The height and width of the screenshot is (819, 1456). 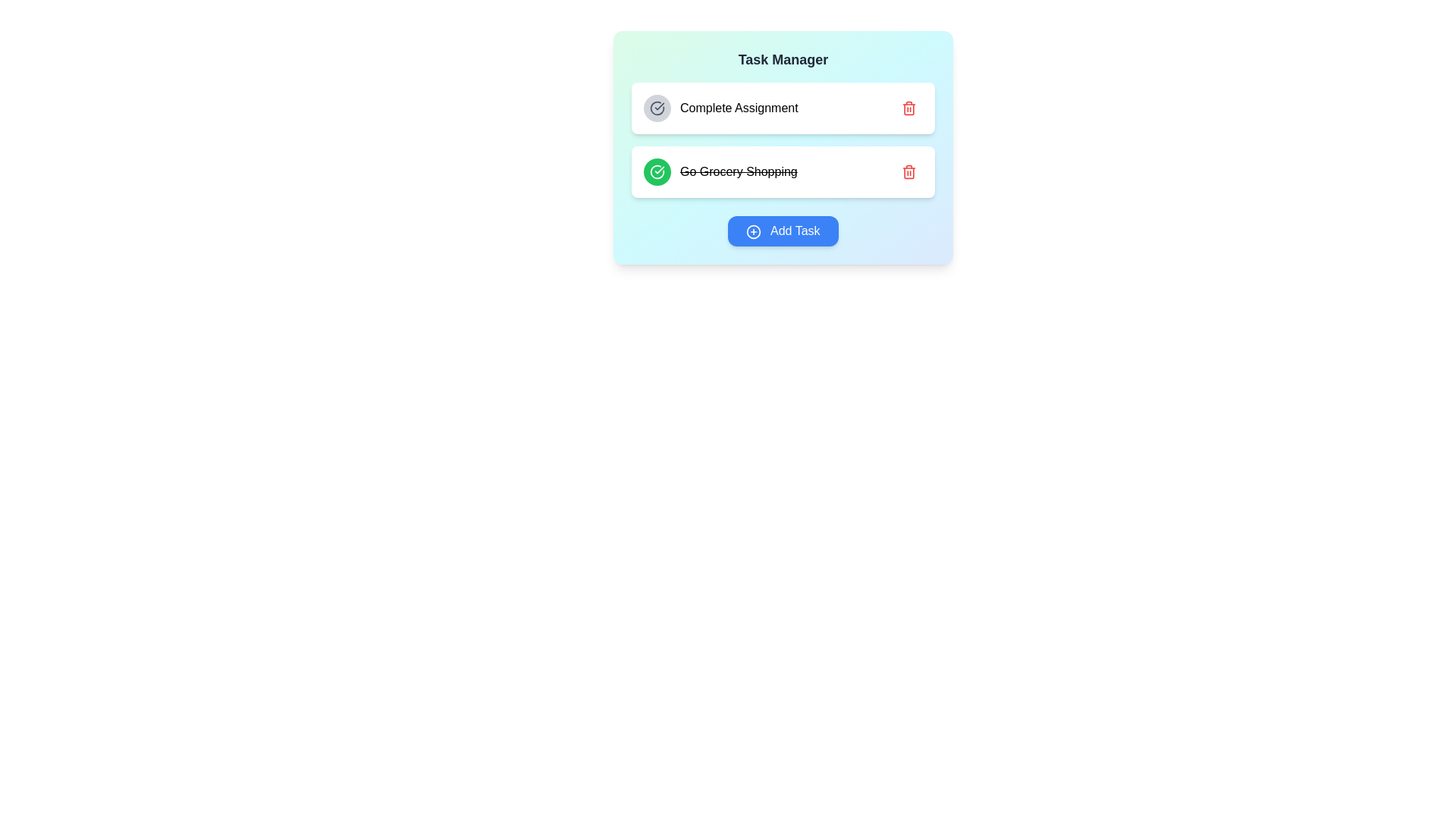 What do you see at coordinates (657, 171) in the screenshot?
I see `the circular checkmark icon with a green background located to the left of the text 'Go Grocery Shopping' in the second list item of the task list` at bounding box center [657, 171].